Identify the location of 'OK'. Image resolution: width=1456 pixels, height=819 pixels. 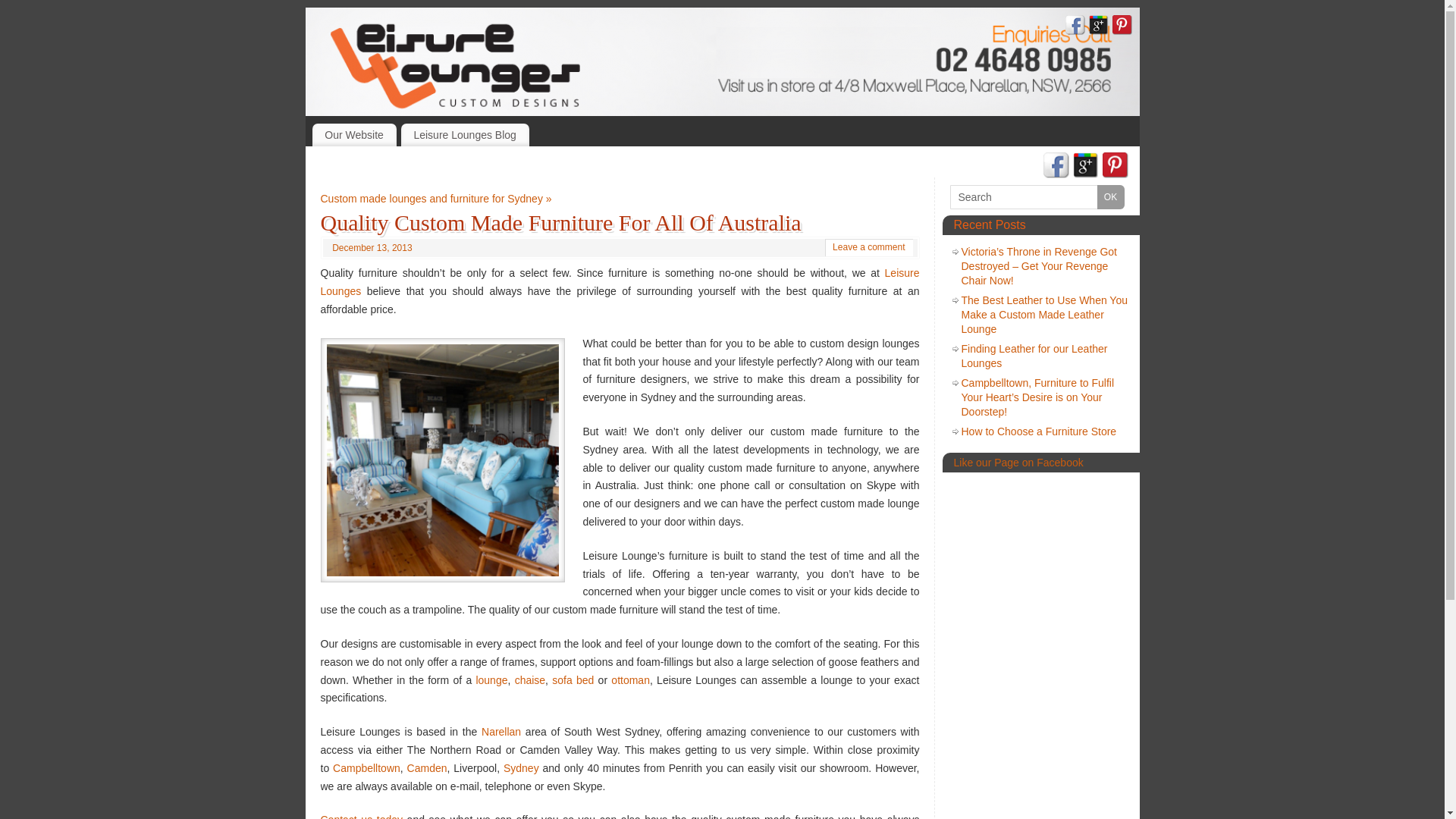
(1110, 196).